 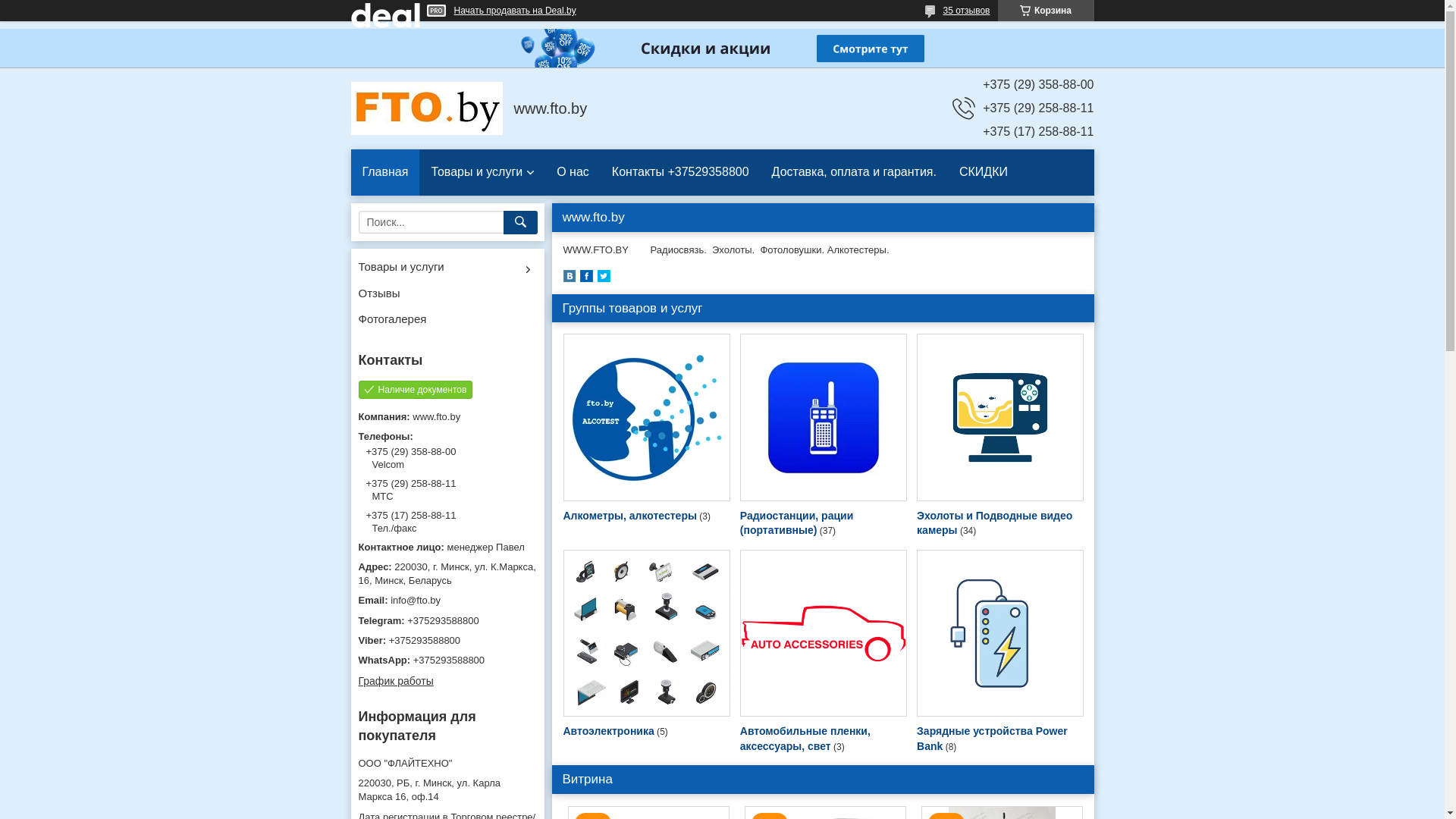 What do you see at coordinates (356, 599) in the screenshot?
I see `'info@fto.by'` at bounding box center [356, 599].